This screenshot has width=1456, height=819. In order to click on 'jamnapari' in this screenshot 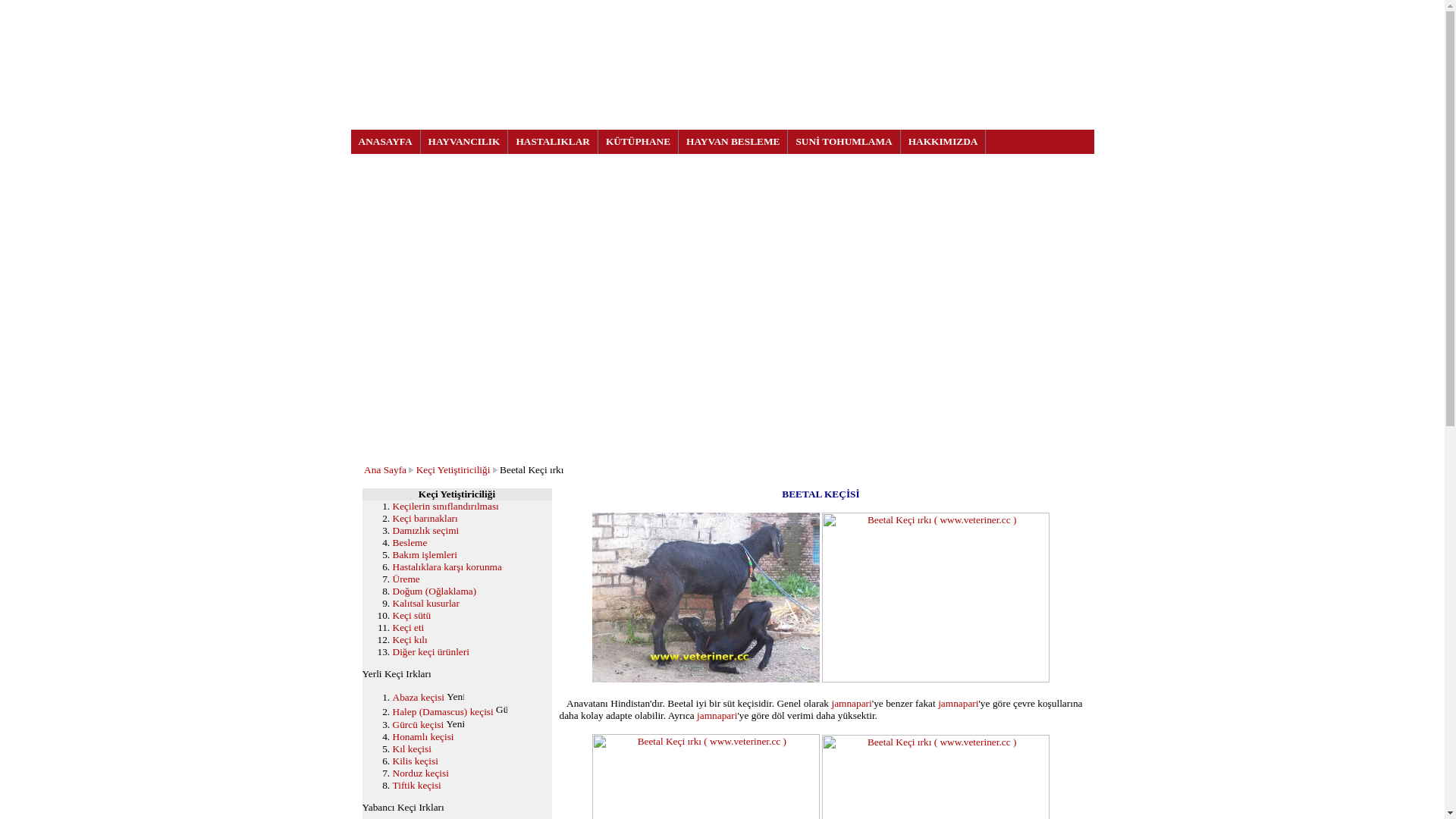, I will do `click(957, 703)`.